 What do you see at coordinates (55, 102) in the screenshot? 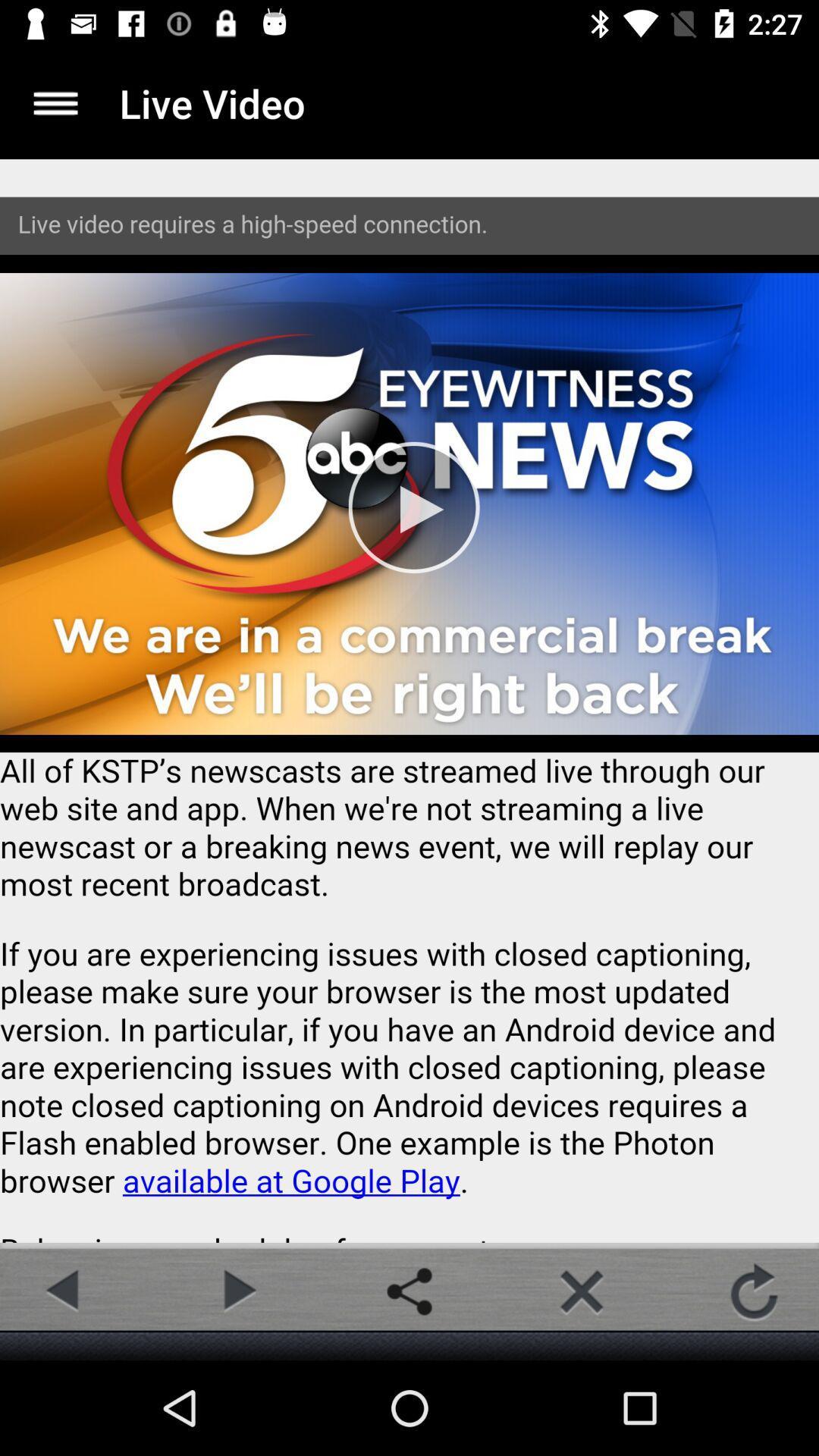
I see `full` at bounding box center [55, 102].